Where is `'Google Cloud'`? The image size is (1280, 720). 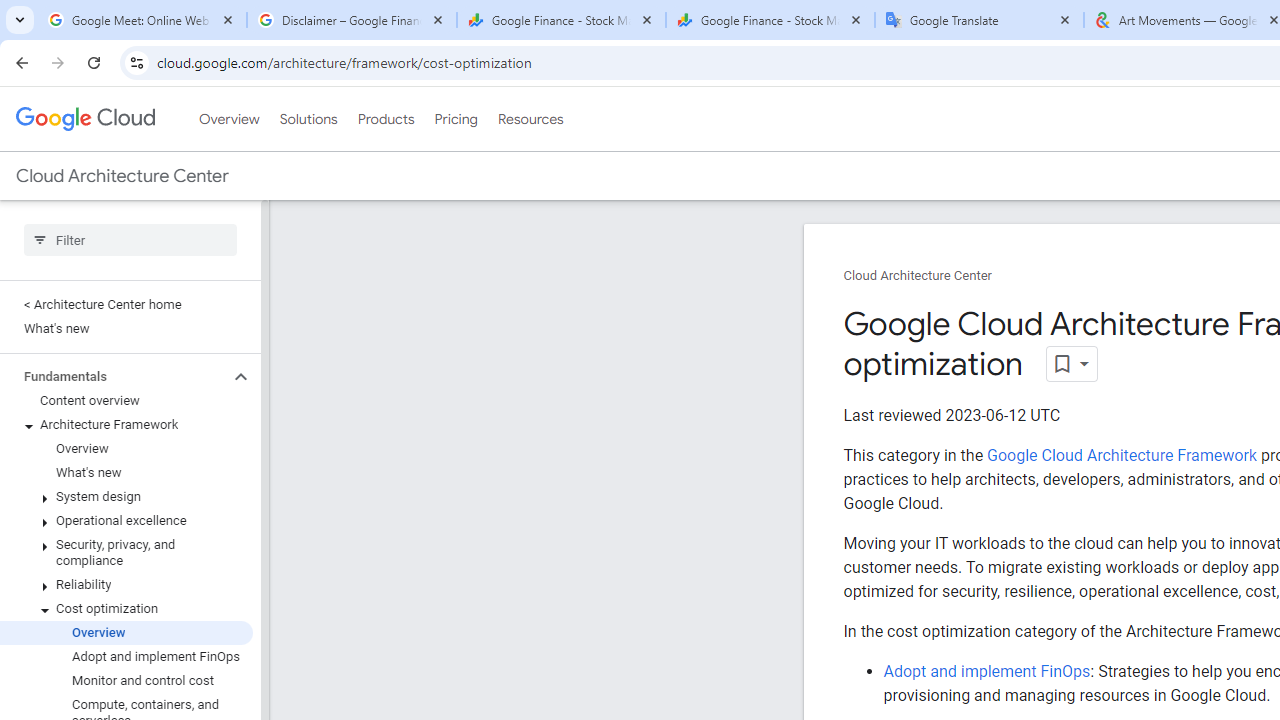
'Google Cloud' is located at coordinates (84, 119).